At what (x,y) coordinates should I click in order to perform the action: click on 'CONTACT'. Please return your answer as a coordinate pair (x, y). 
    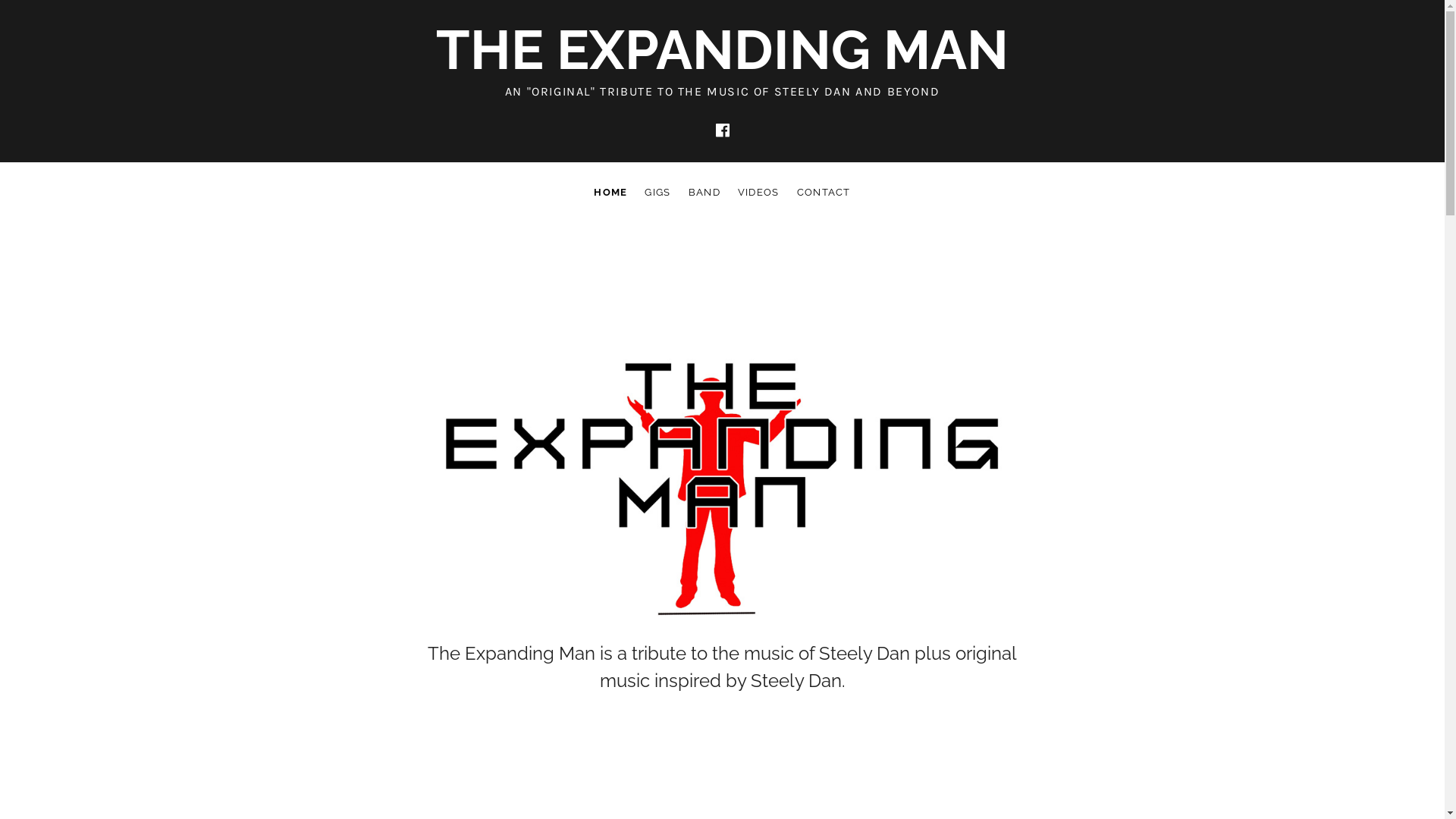
    Looking at the image, I should click on (823, 192).